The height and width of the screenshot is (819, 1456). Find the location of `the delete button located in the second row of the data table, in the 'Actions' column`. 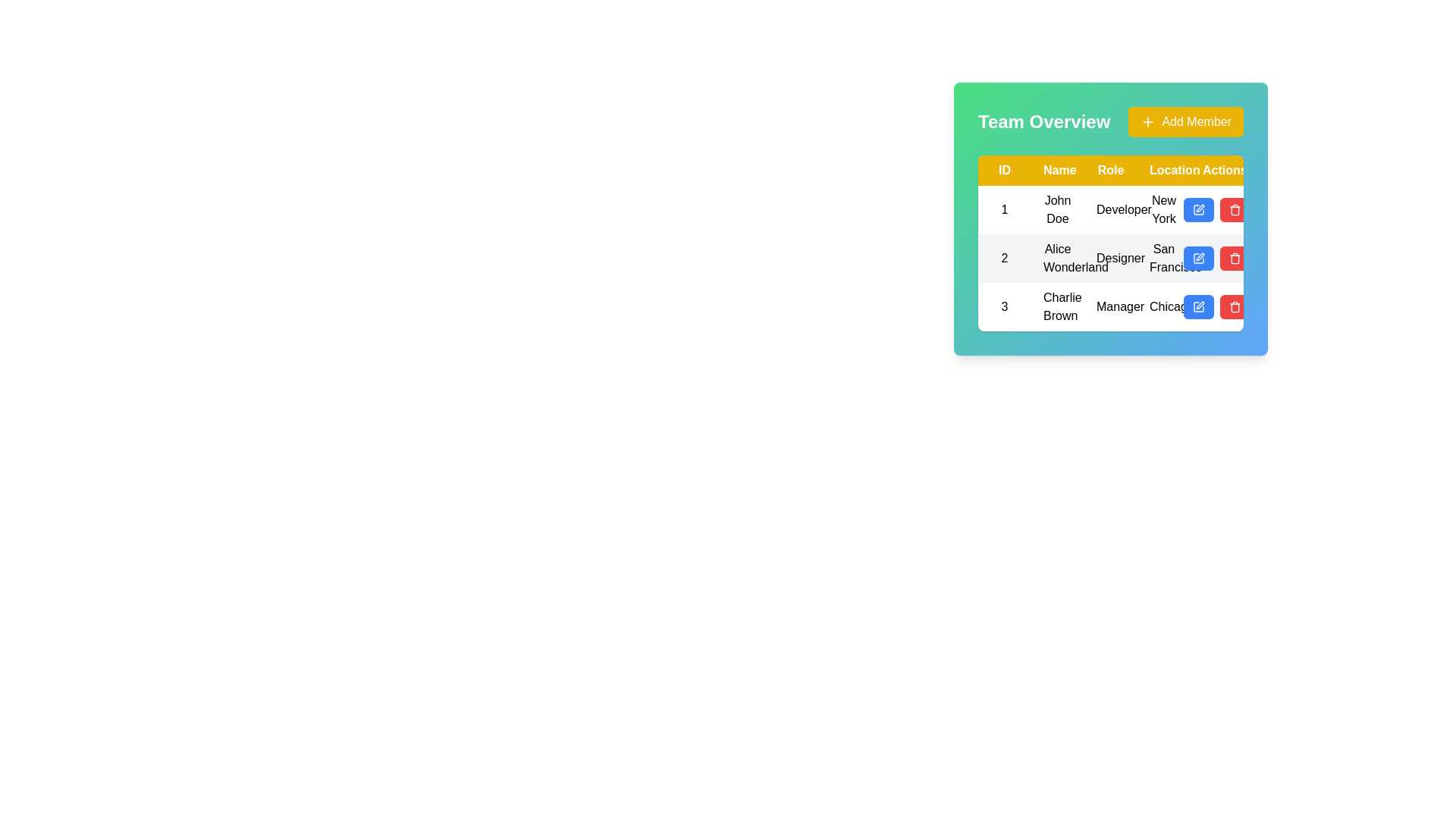

the delete button located in the second row of the data table, in the 'Actions' column is located at coordinates (1235, 257).